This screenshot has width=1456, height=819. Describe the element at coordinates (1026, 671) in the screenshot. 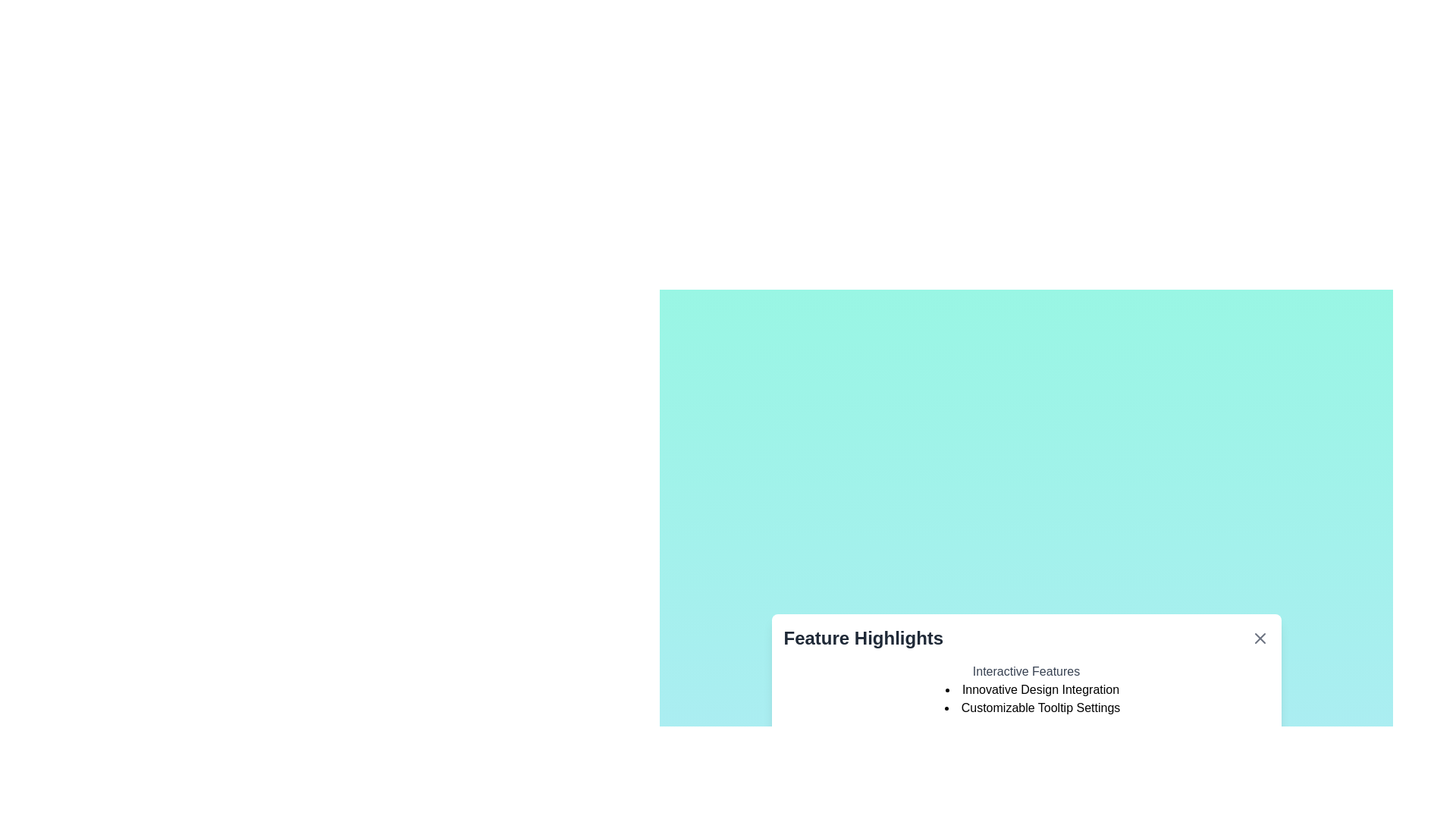

I see `the 'Interactive Features' text label, which is styled with a muted gray font color and medium font weight, positioned at the top of the content group within the modal interface` at that location.